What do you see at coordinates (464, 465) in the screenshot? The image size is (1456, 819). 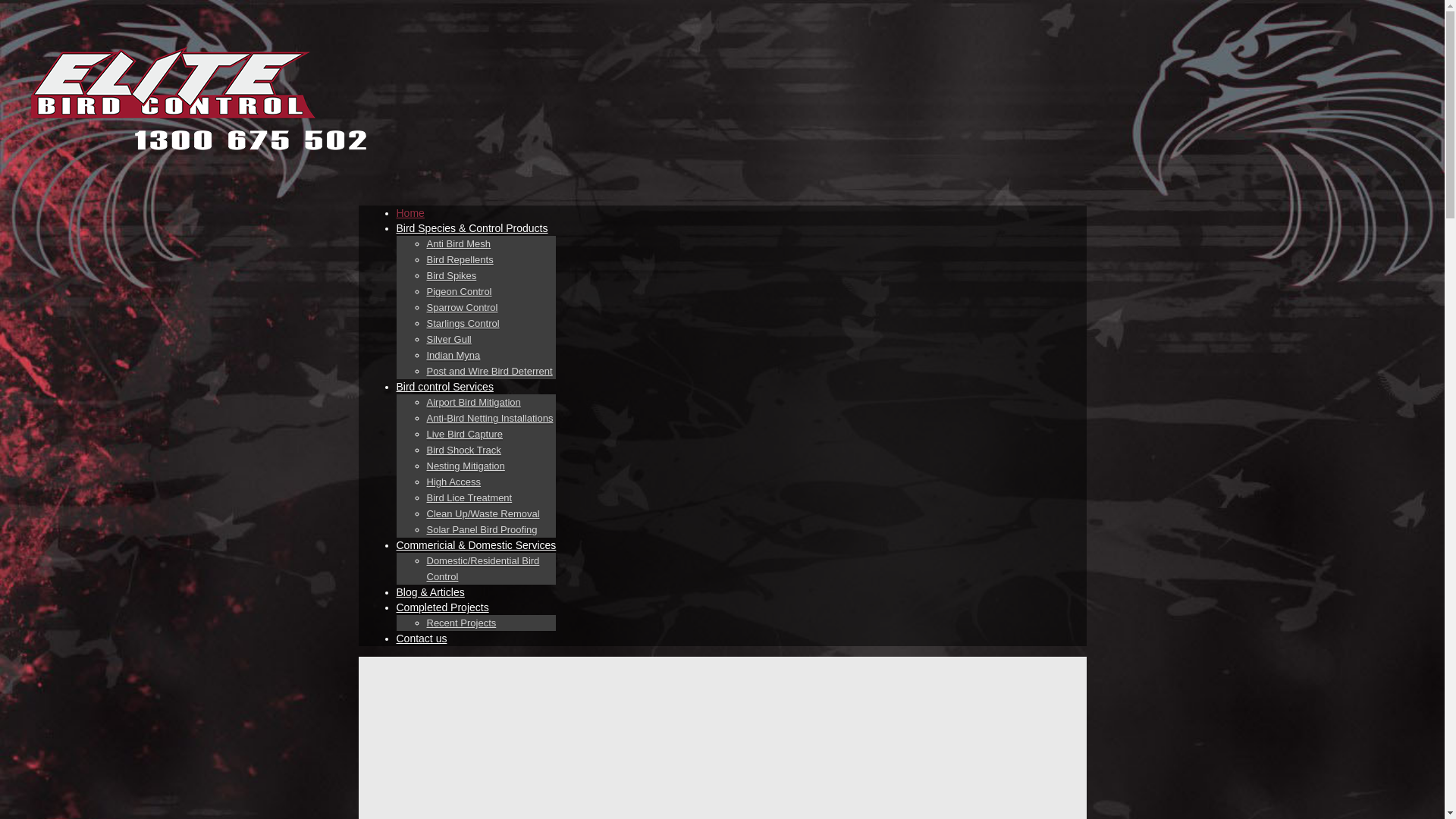 I see `'Nesting Mitigation'` at bounding box center [464, 465].